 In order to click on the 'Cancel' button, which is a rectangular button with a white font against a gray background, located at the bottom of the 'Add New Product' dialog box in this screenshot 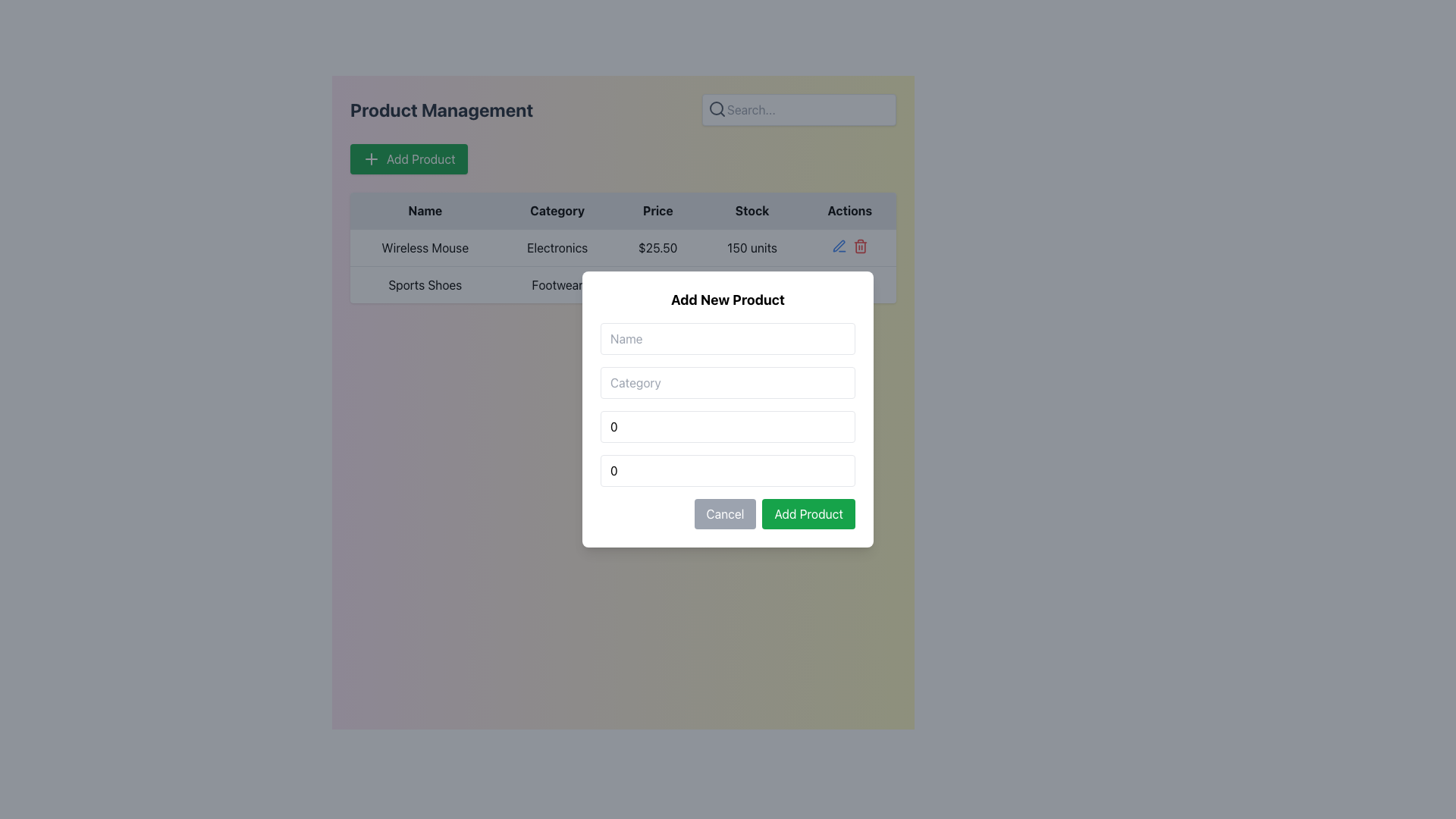, I will do `click(724, 513)`.